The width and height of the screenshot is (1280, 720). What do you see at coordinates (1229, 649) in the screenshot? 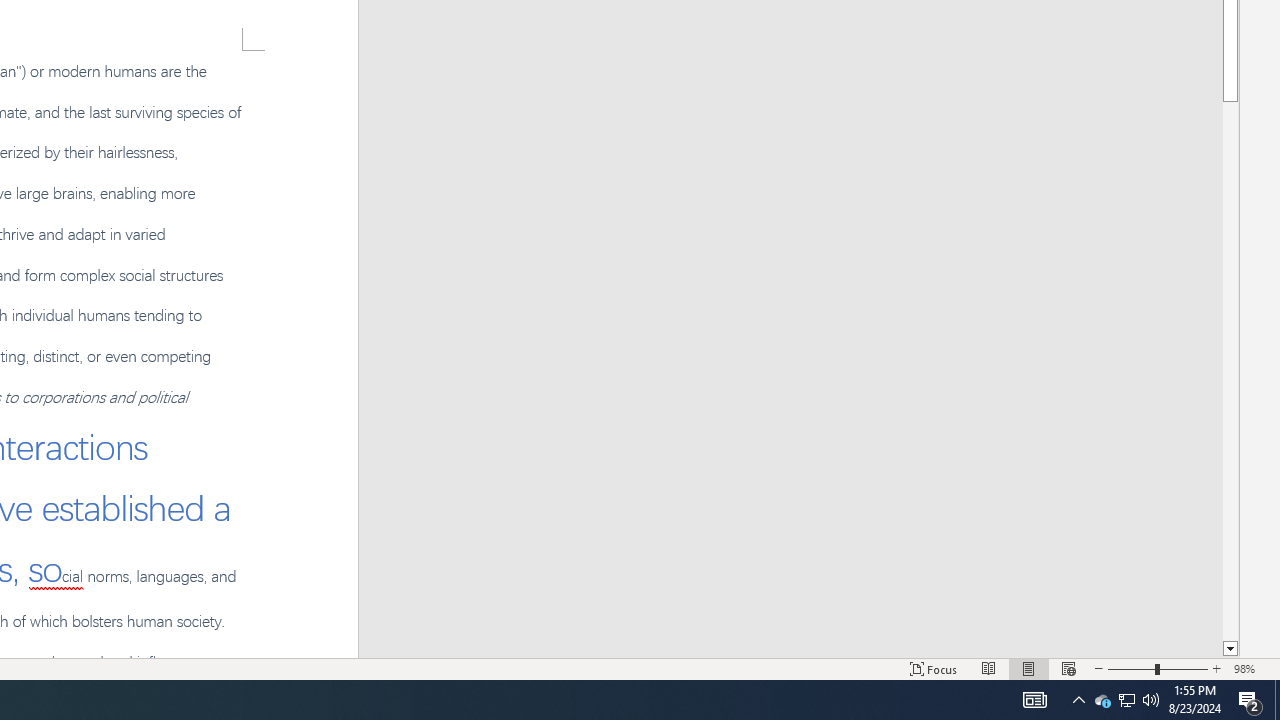
I see `'Line down'` at bounding box center [1229, 649].